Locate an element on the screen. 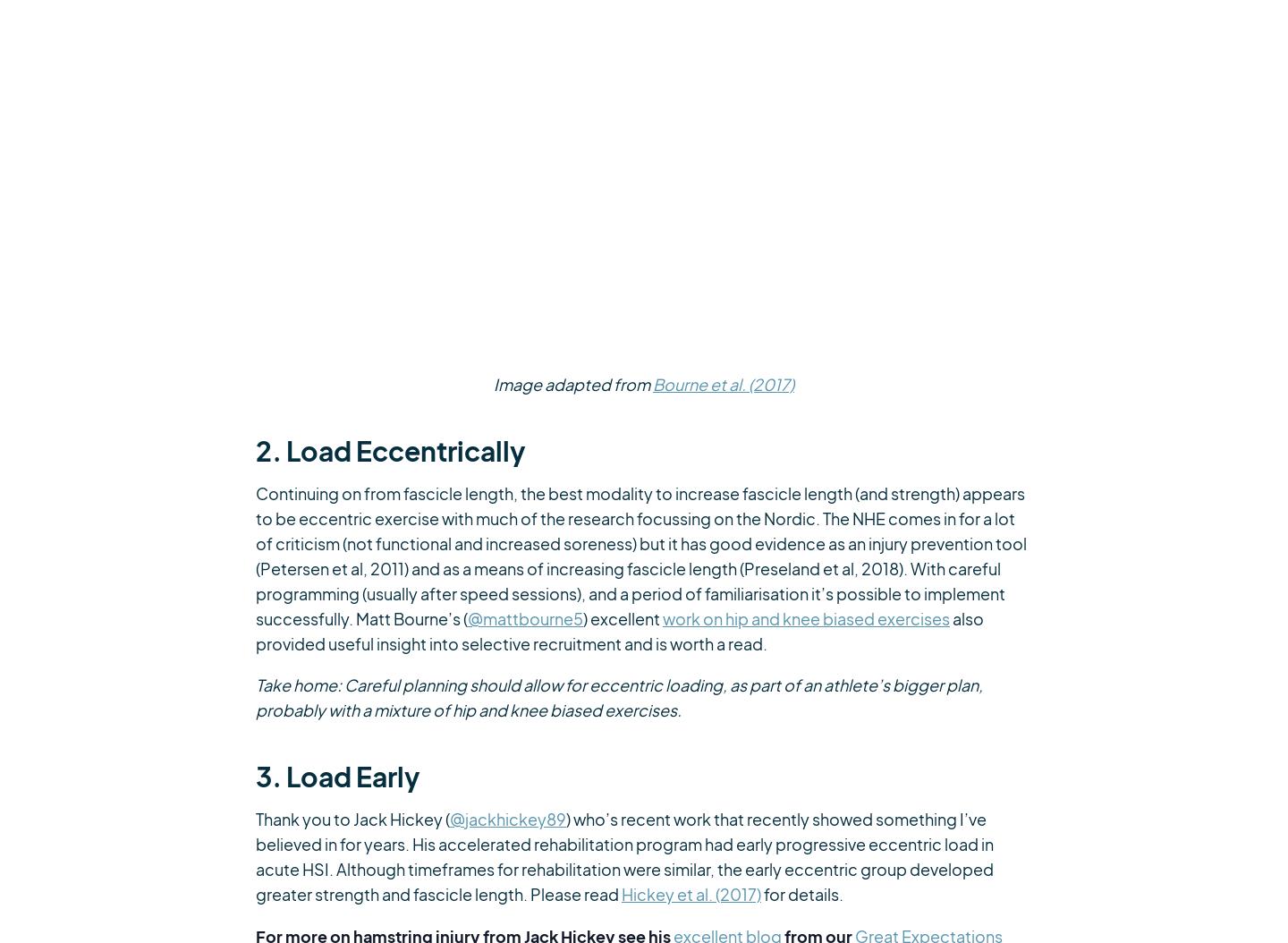 Image resolution: width=1288 pixels, height=943 pixels. 'work on hip and knee biased exercises' is located at coordinates (806, 617).